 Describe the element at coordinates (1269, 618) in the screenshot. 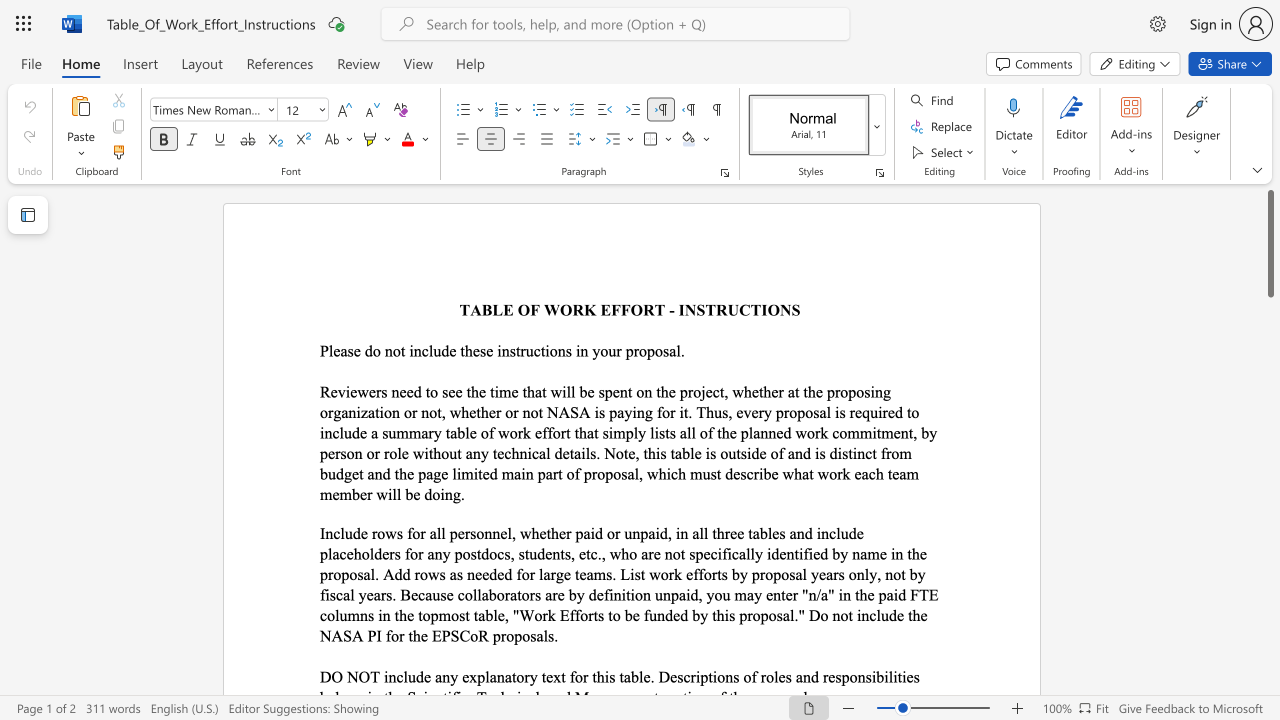

I see `the scrollbar to scroll downward` at that location.